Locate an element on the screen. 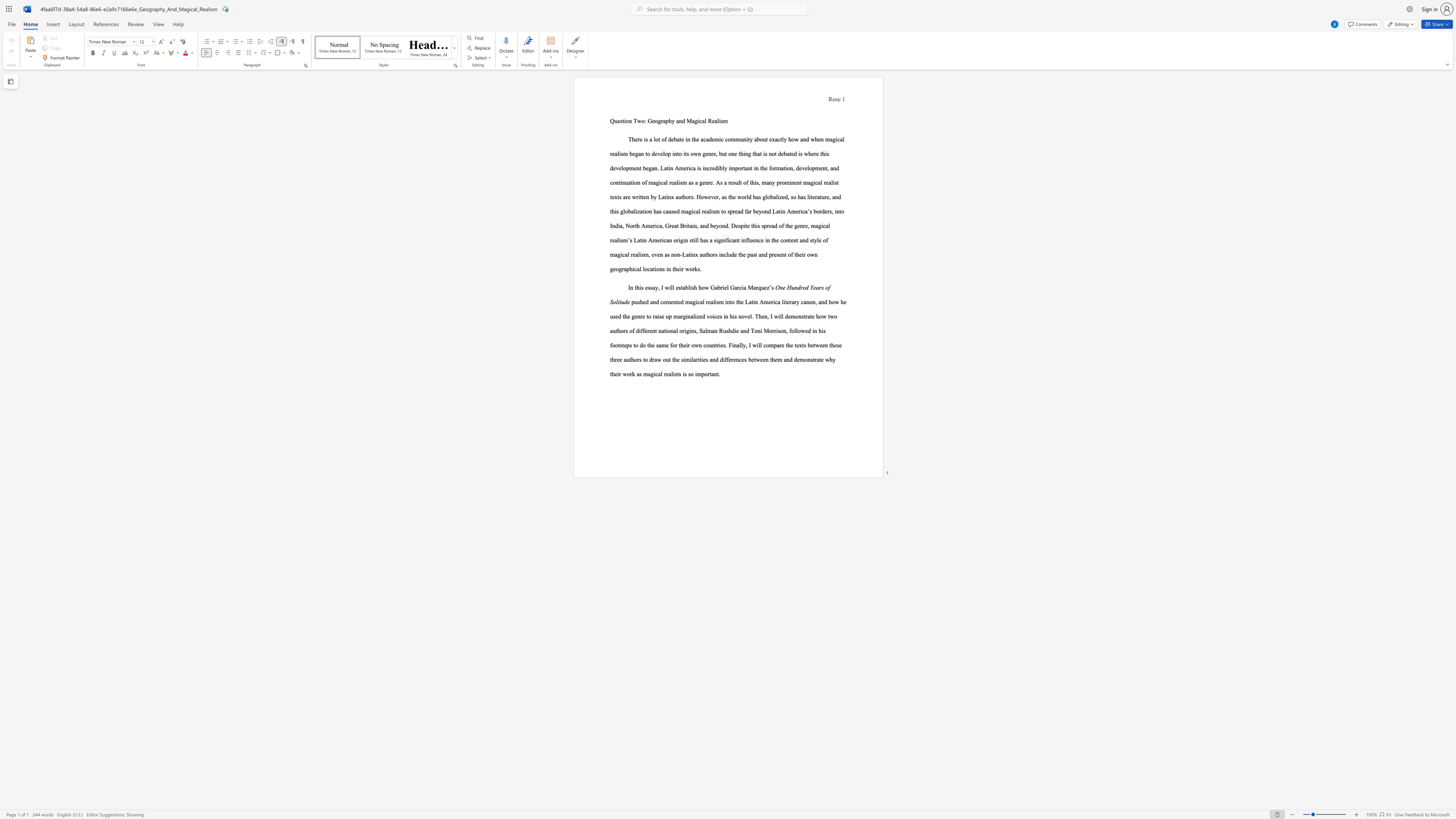  the 8th character "n" in the text is located at coordinates (801, 226).